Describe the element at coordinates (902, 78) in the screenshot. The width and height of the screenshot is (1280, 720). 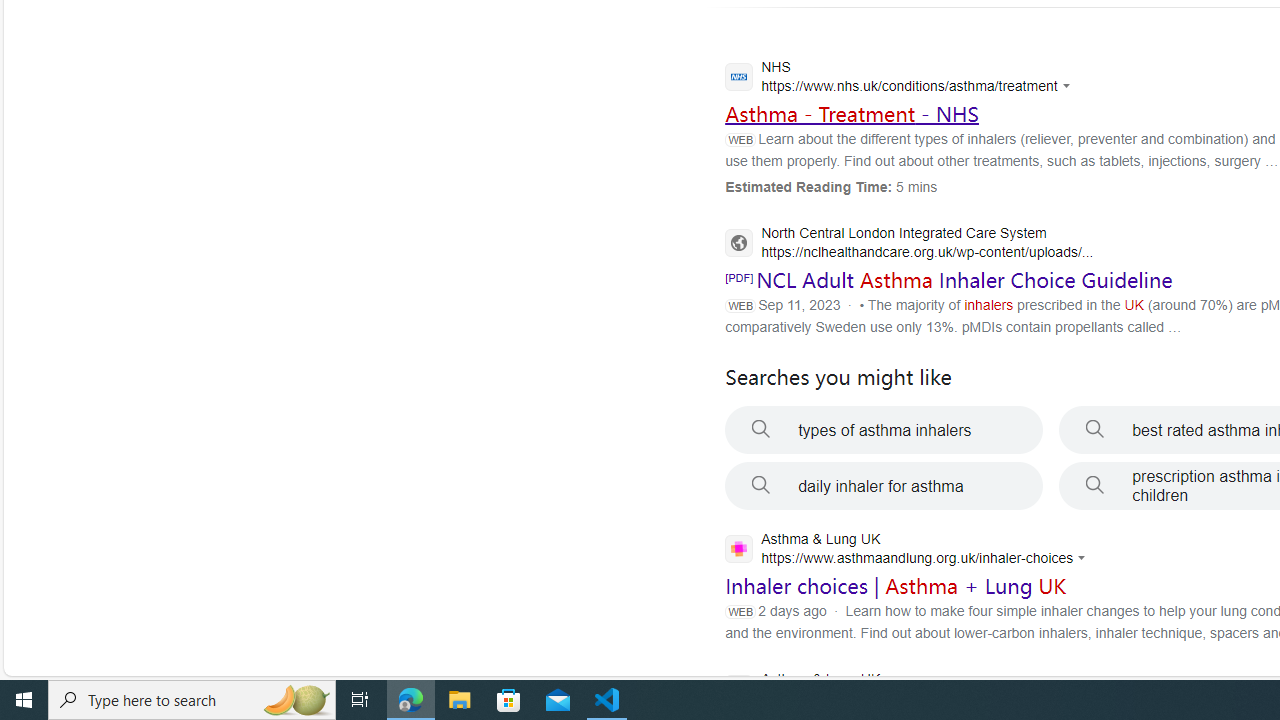
I see `'NHS'` at that location.